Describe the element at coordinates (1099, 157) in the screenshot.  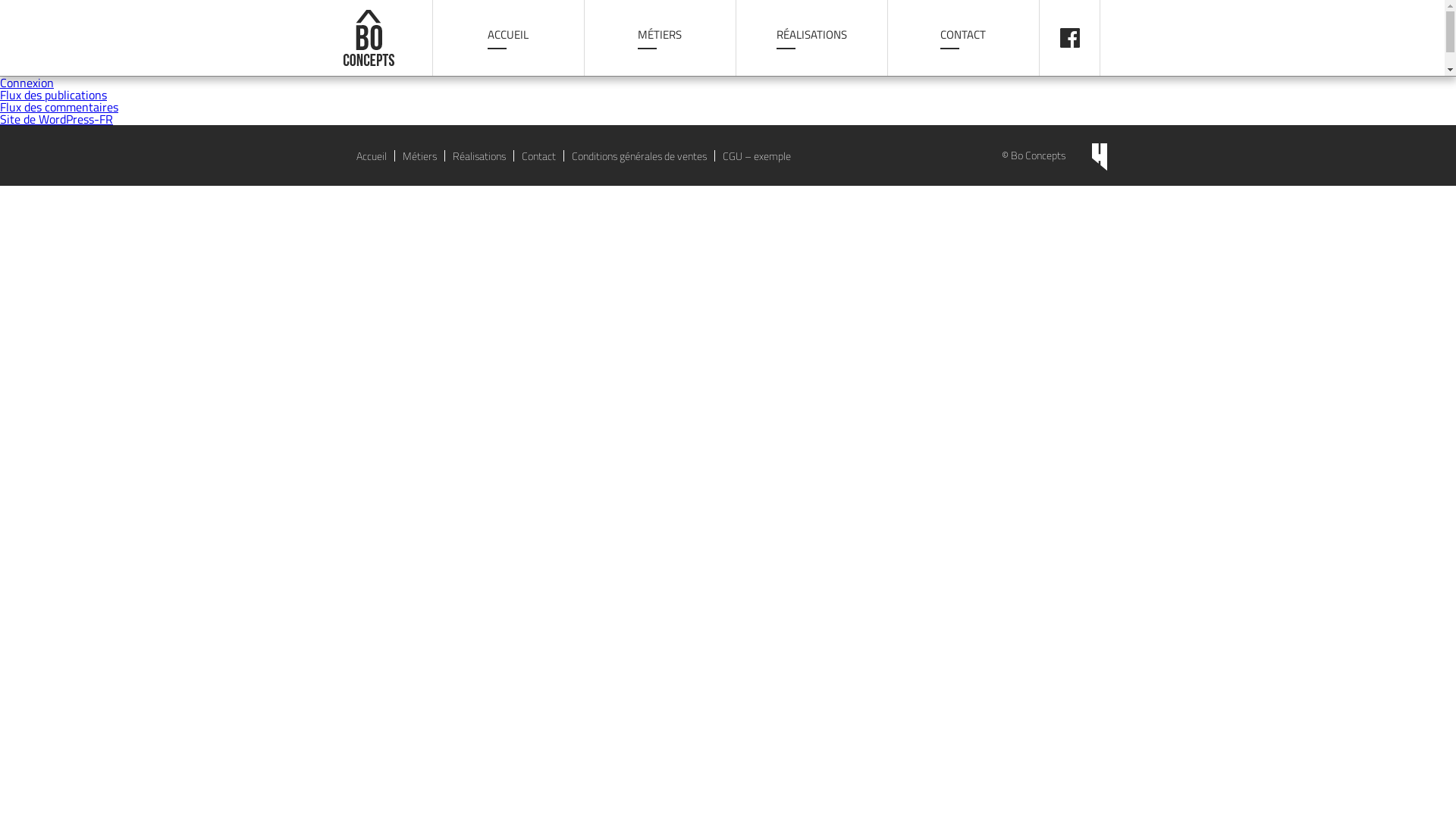
I see `'Website by Hungry Minds'` at that location.